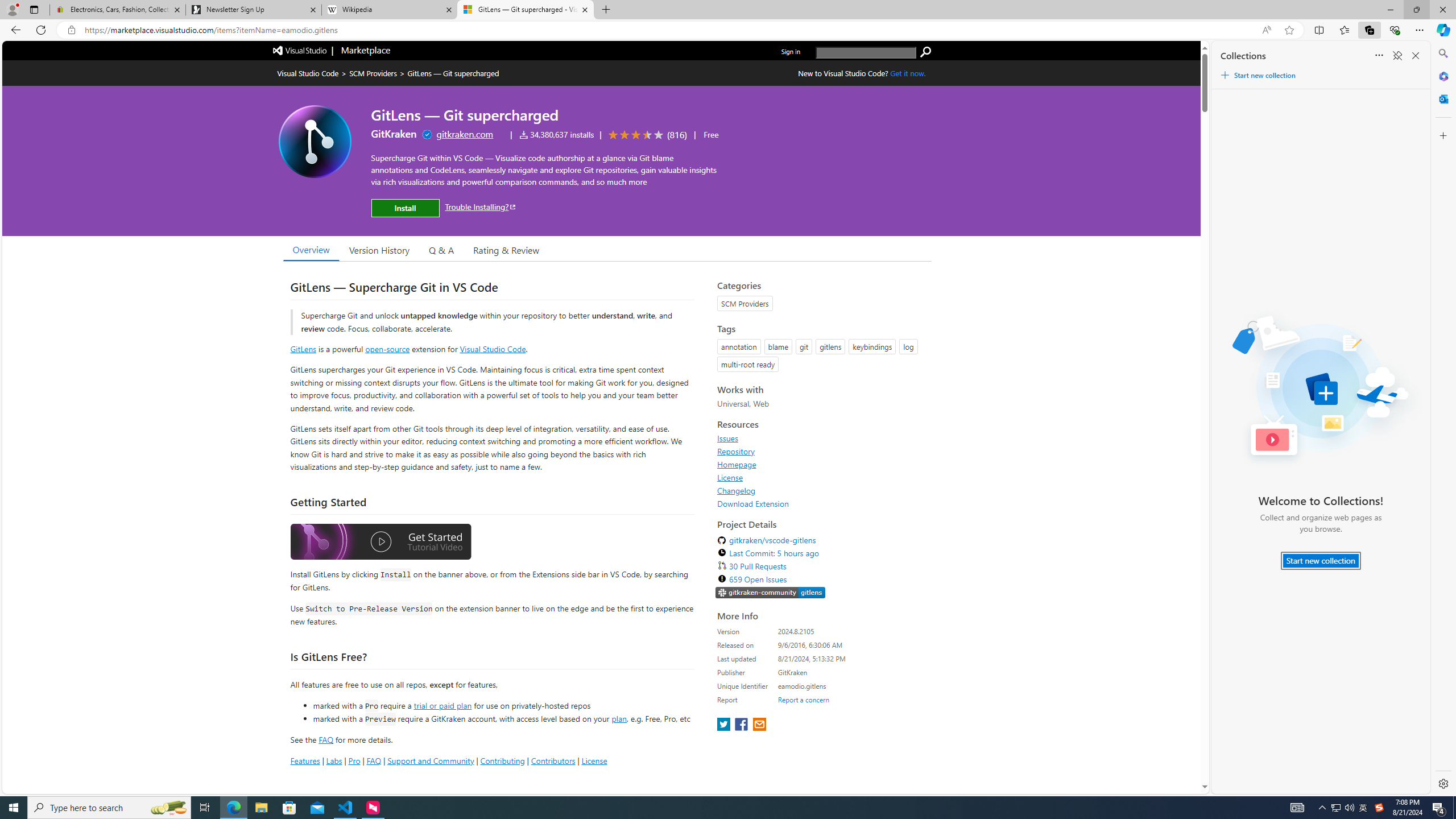 This screenshot has height=819, width=1456. What do you see at coordinates (1415, 55) in the screenshot?
I see `'Close Collections'` at bounding box center [1415, 55].